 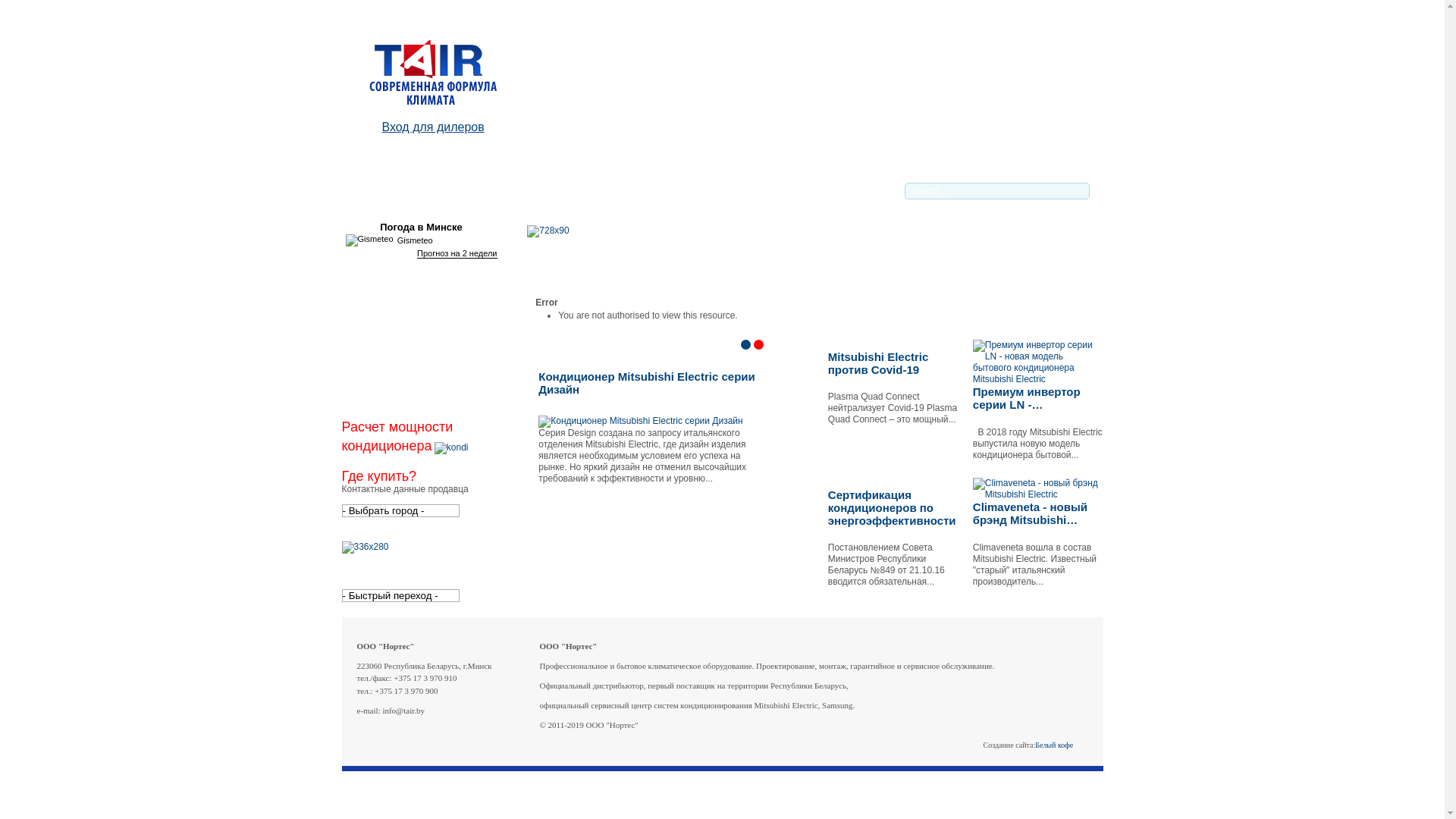 I want to click on 'Gismeteo', so click(x=369, y=239).